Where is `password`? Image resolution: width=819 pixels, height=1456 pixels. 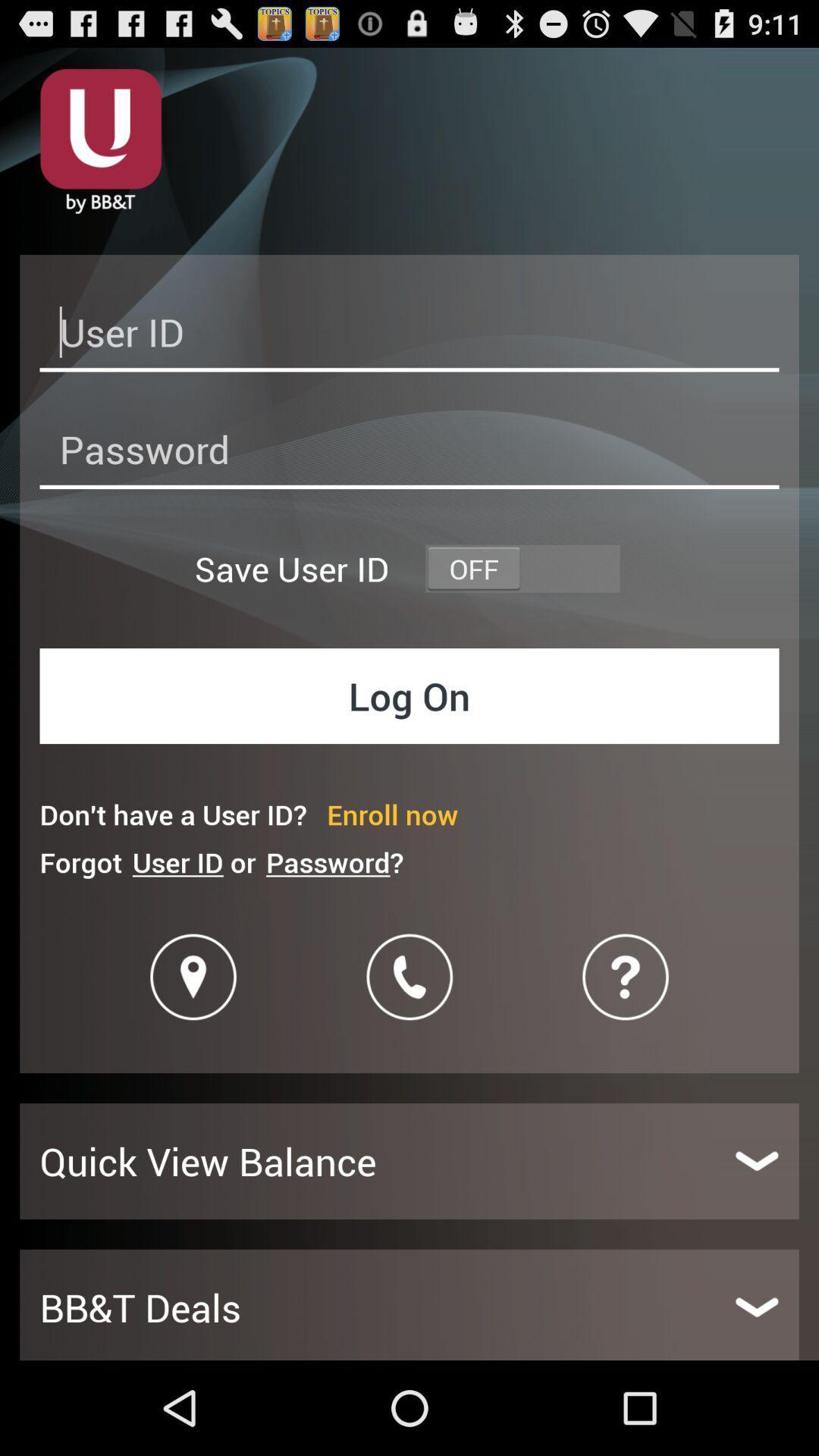
password is located at coordinates (409, 453).